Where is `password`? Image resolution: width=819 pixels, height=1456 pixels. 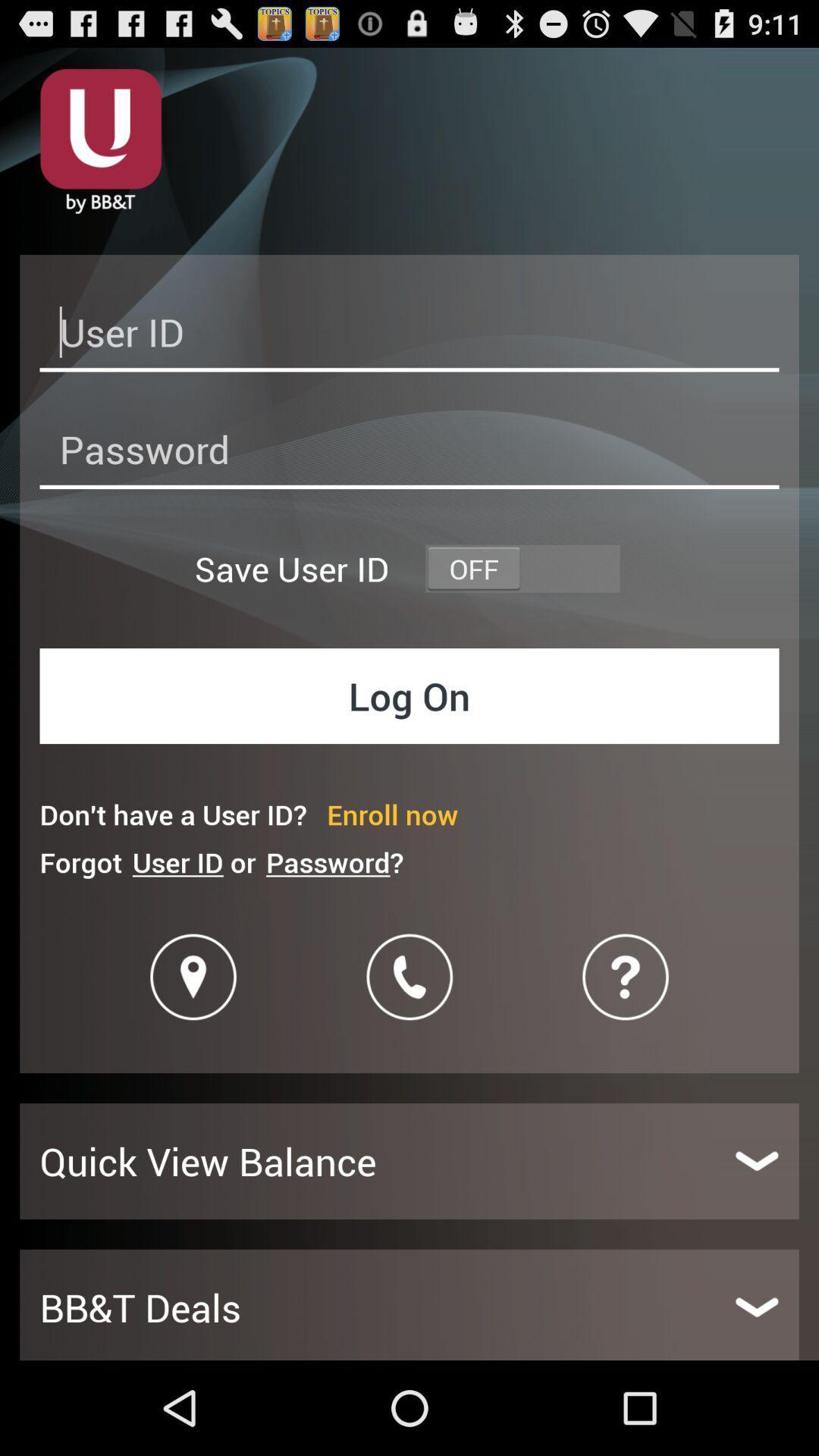
password is located at coordinates (409, 453).